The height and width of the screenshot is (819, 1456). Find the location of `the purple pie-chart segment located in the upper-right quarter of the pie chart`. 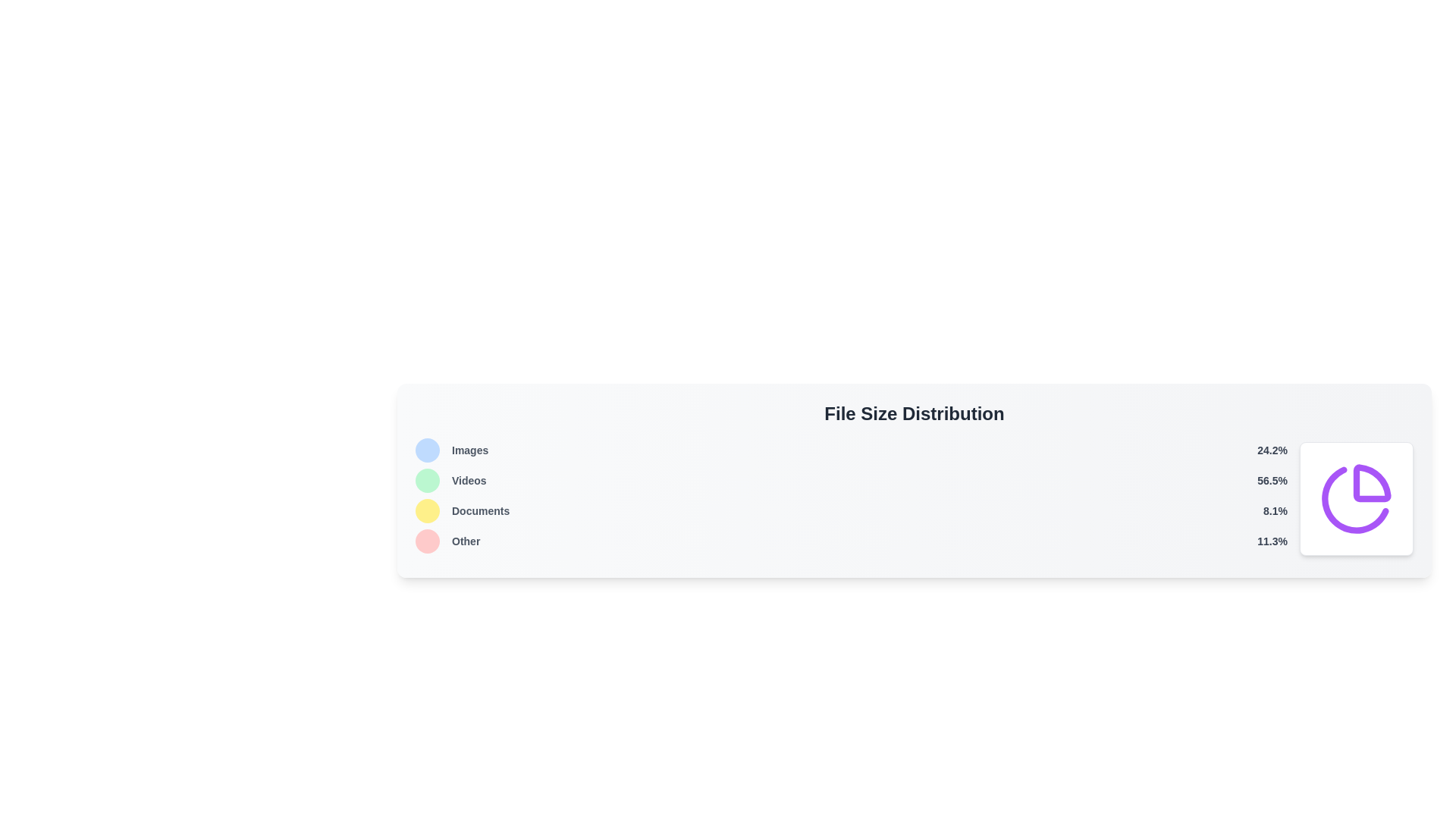

the purple pie-chart segment located in the upper-right quarter of the pie chart is located at coordinates (1355, 500).